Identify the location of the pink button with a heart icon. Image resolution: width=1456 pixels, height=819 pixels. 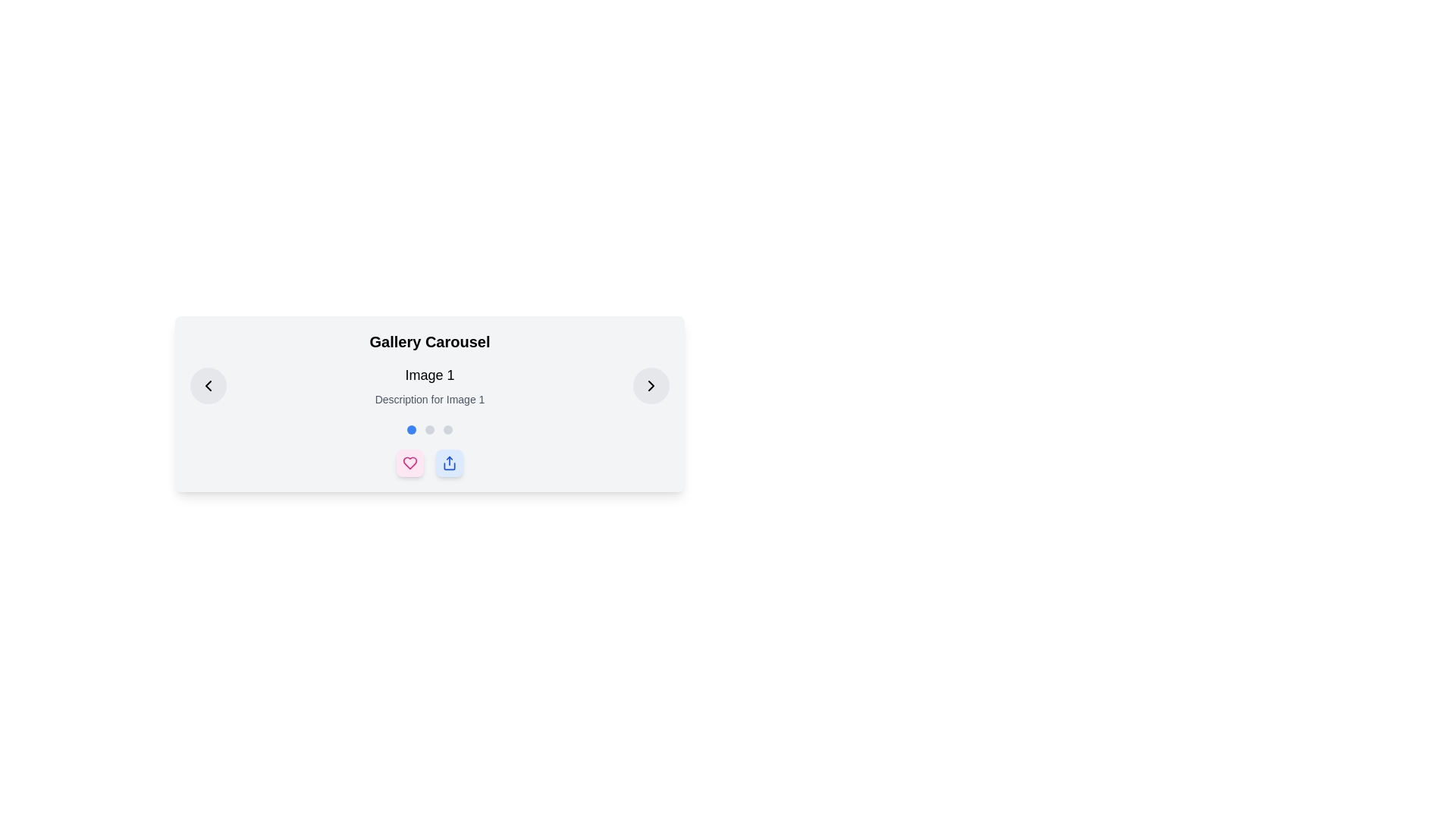
(410, 462).